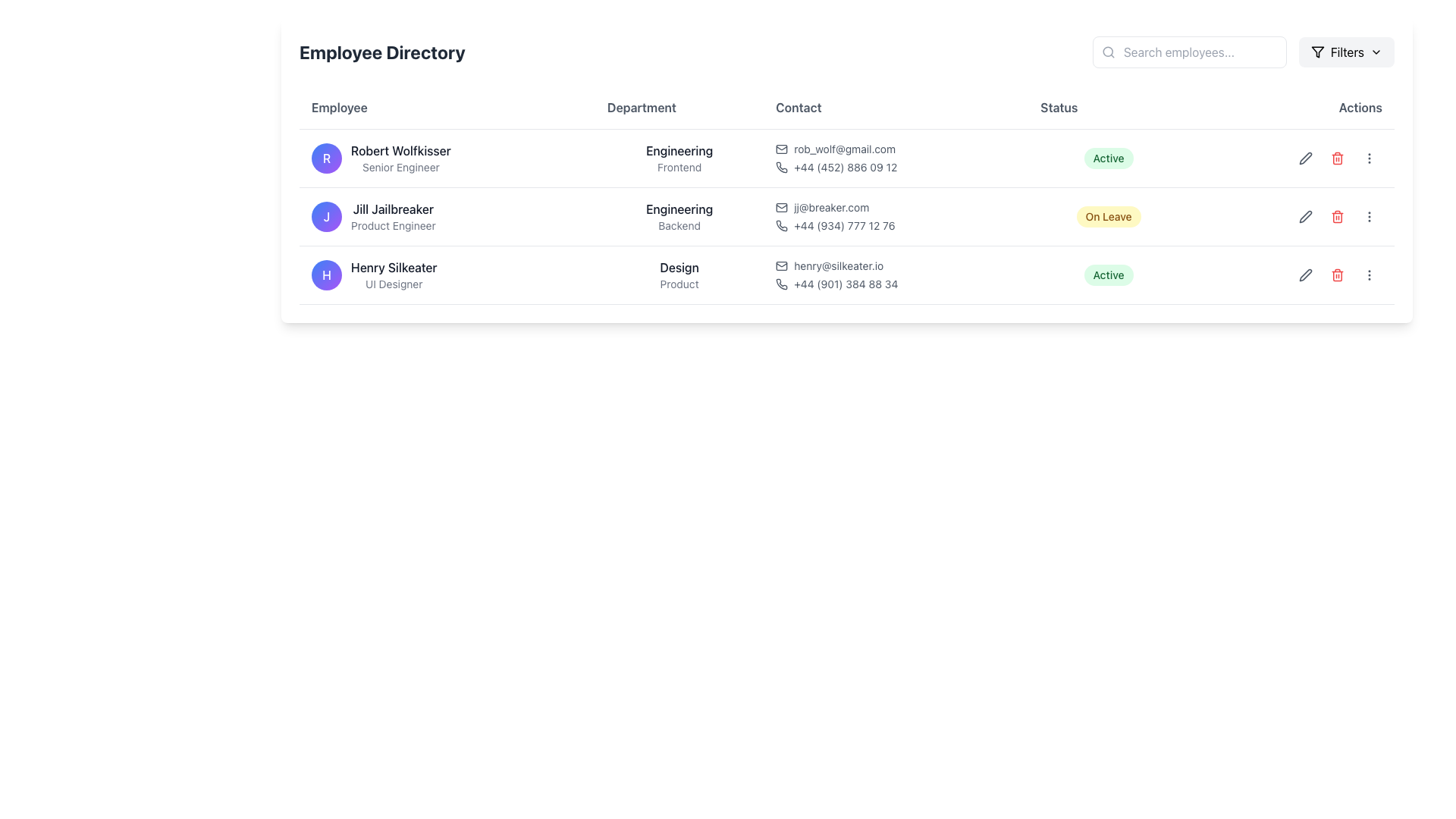  Describe the element at coordinates (1305, 275) in the screenshot. I see `the edit icon located in the third row of the table under the 'Actions' column` at that location.